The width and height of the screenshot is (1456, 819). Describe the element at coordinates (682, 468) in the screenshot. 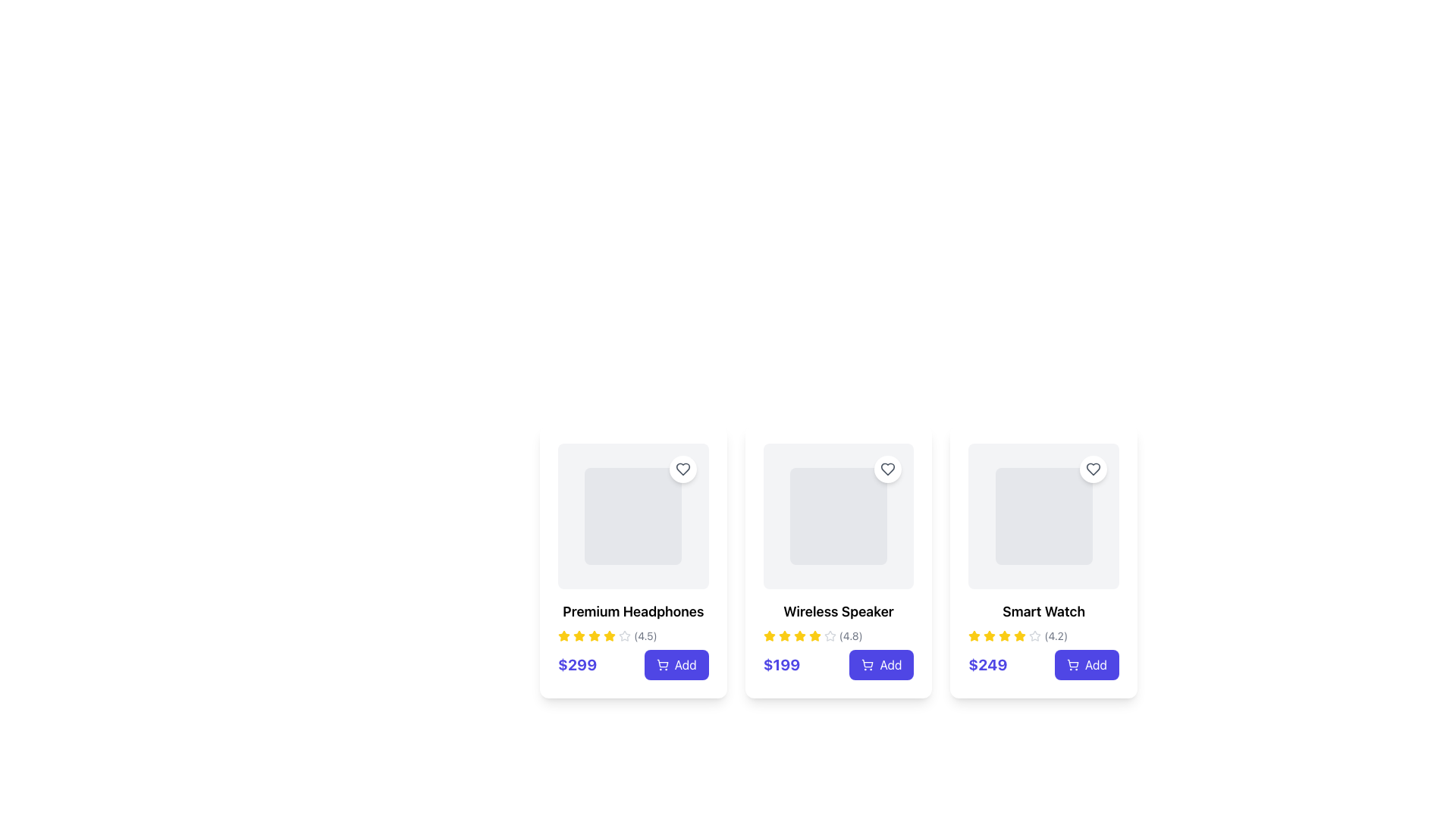

I see `the heart-shaped like icon located in the top-right corner of the 'Premium Headphones' card to like the product` at that location.